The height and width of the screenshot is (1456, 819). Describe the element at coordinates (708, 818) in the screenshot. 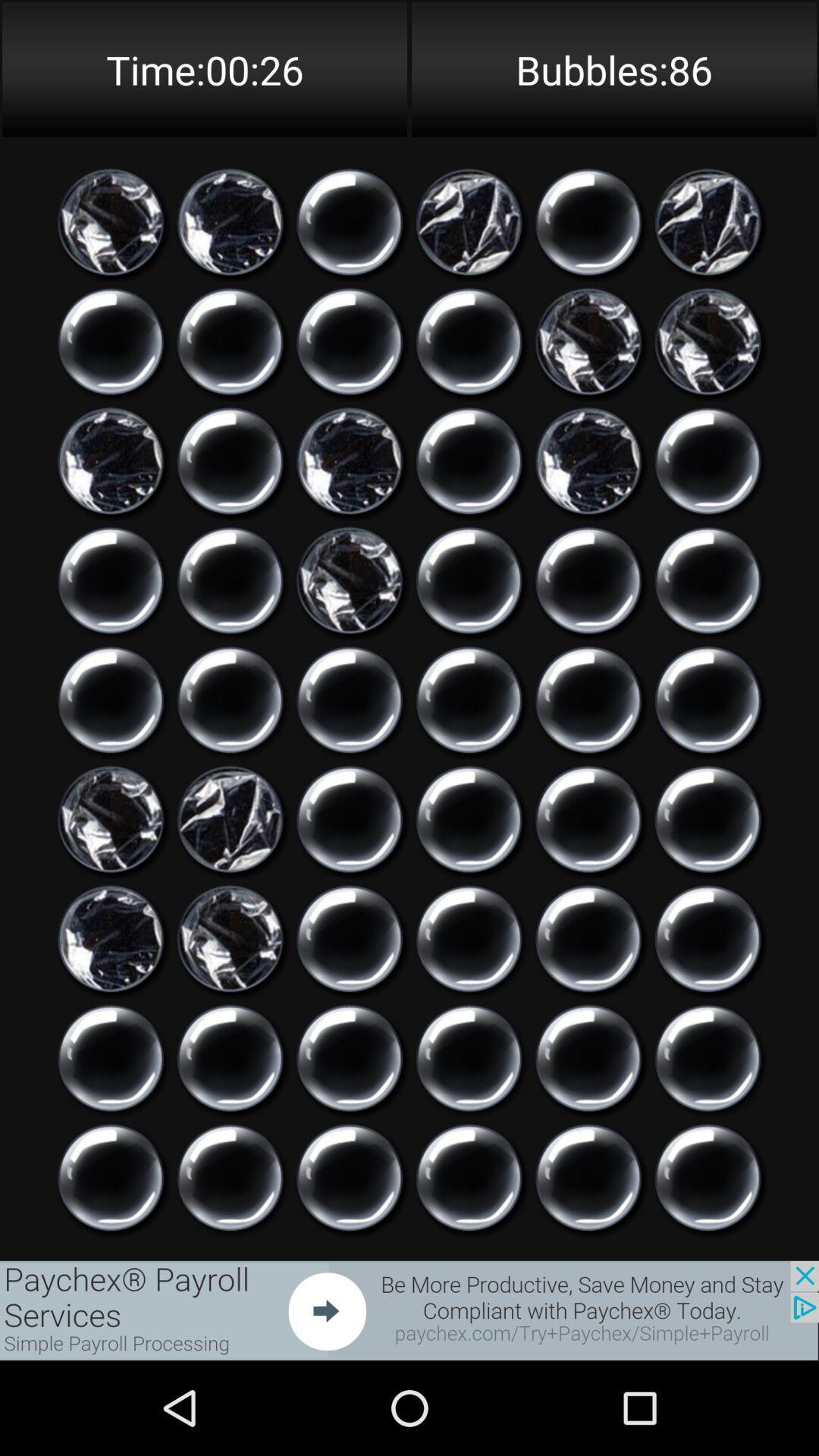

I see `burst bubbles` at that location.